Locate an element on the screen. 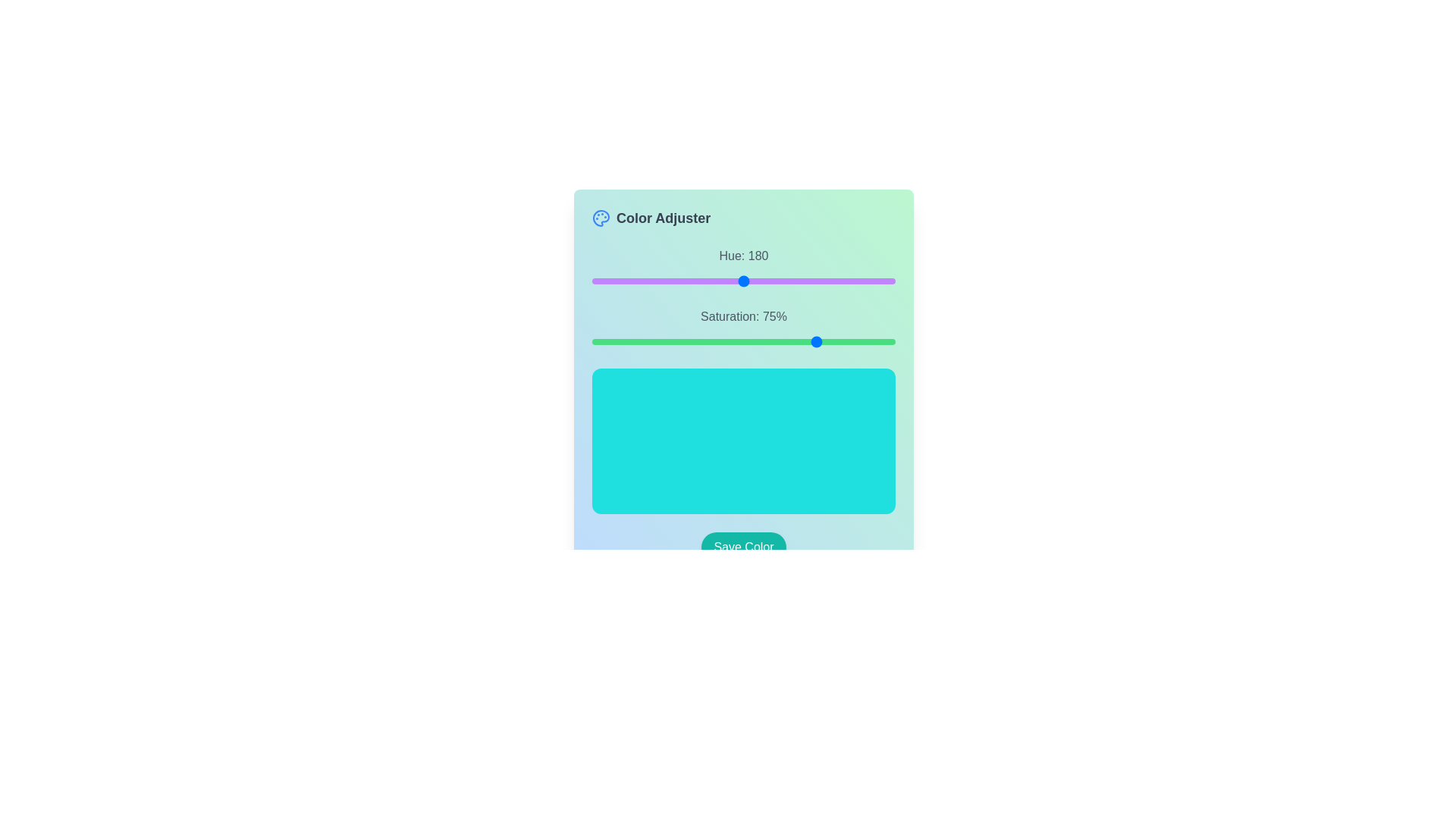 This screenshot has width=1456, height=819. the Color Adjuster icon located on the top-left corner of the panel, adjacent to the 'Color Adjuster' text is located at coordinates (600, 218).